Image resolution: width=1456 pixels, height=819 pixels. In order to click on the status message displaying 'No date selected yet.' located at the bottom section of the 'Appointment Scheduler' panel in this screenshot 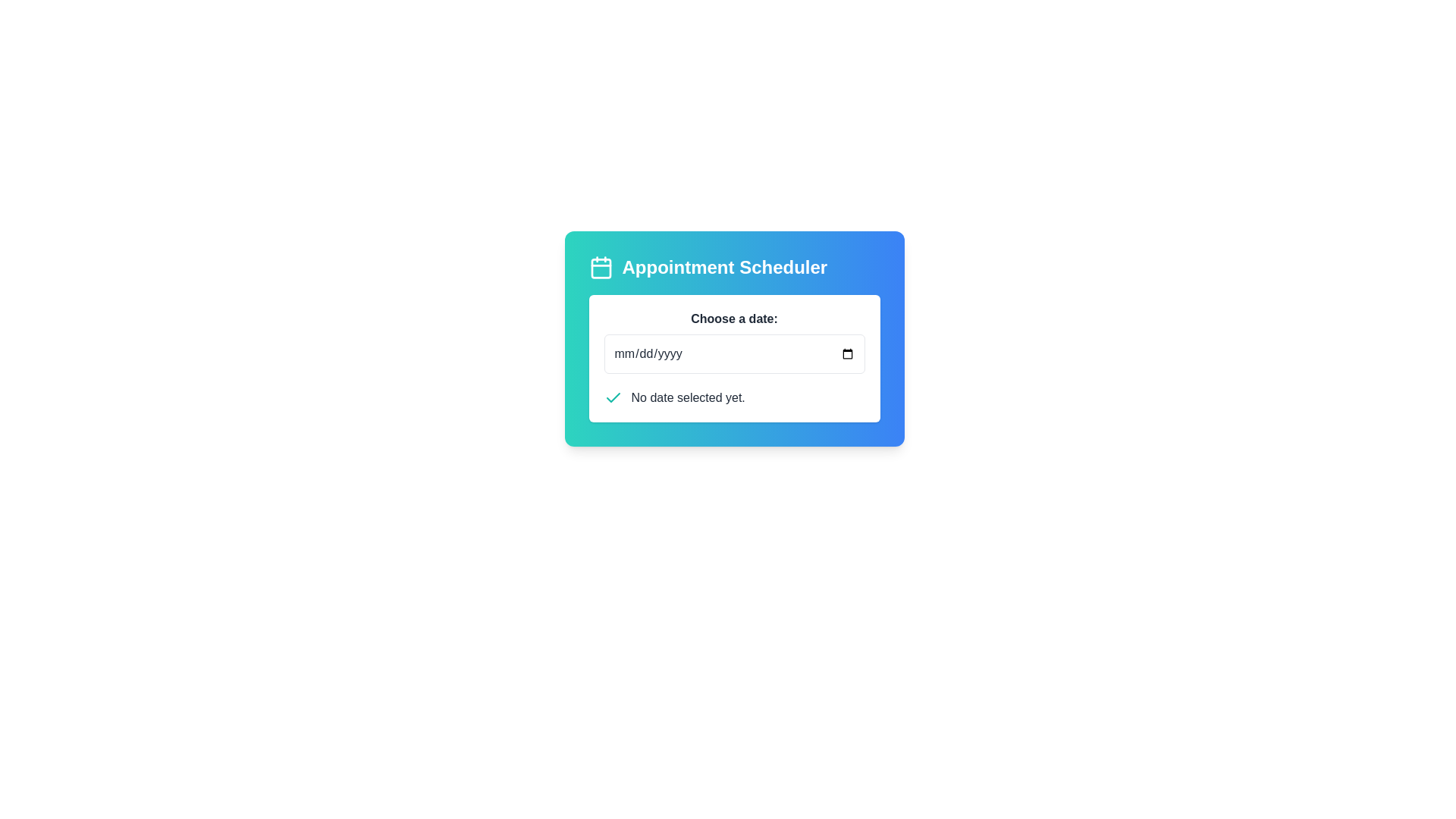, I will do `click(734, 397)`.